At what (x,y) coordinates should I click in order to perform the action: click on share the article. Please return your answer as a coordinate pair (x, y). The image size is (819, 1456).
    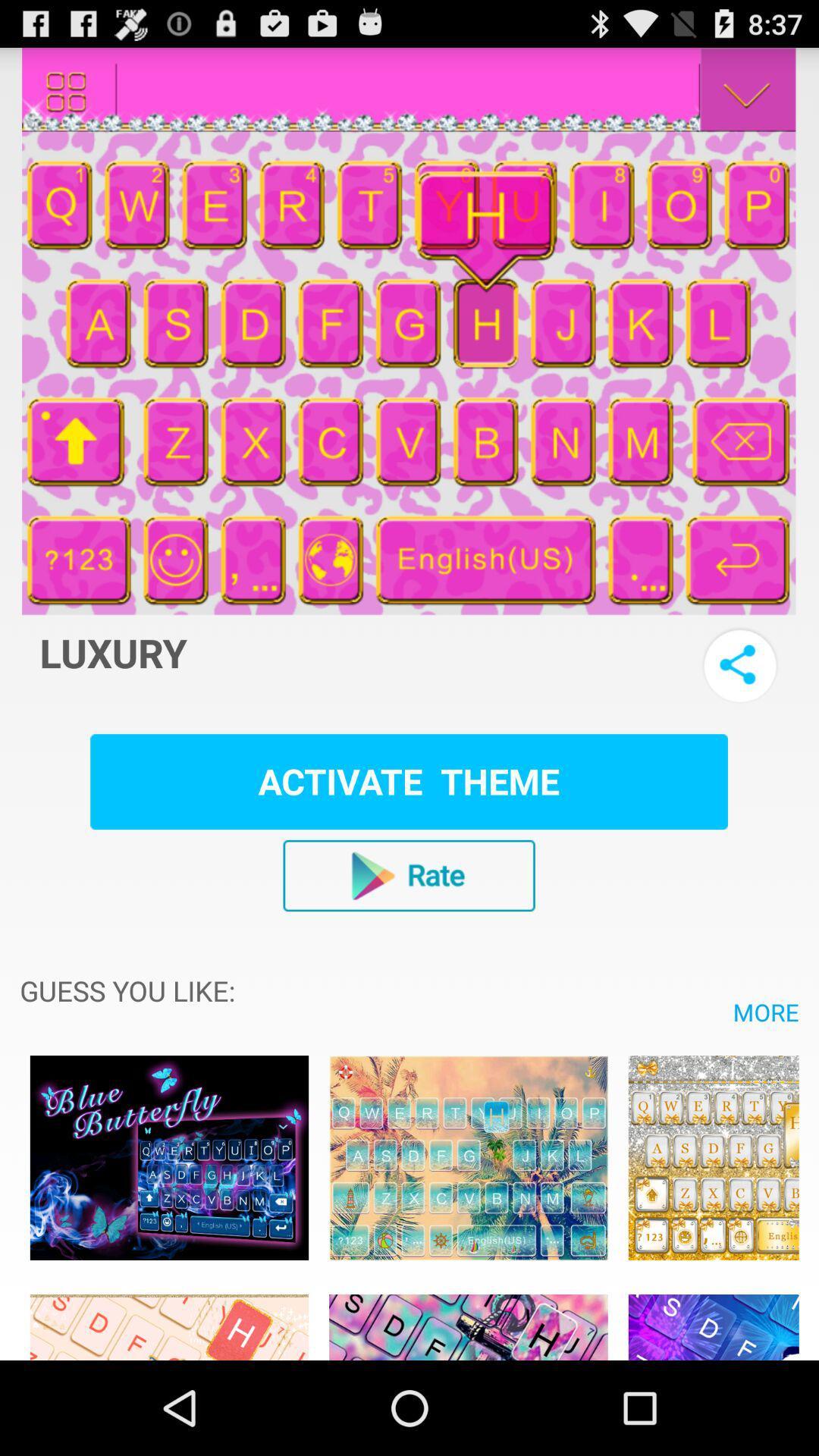
    Looking at the image, I should click on (739, 665).